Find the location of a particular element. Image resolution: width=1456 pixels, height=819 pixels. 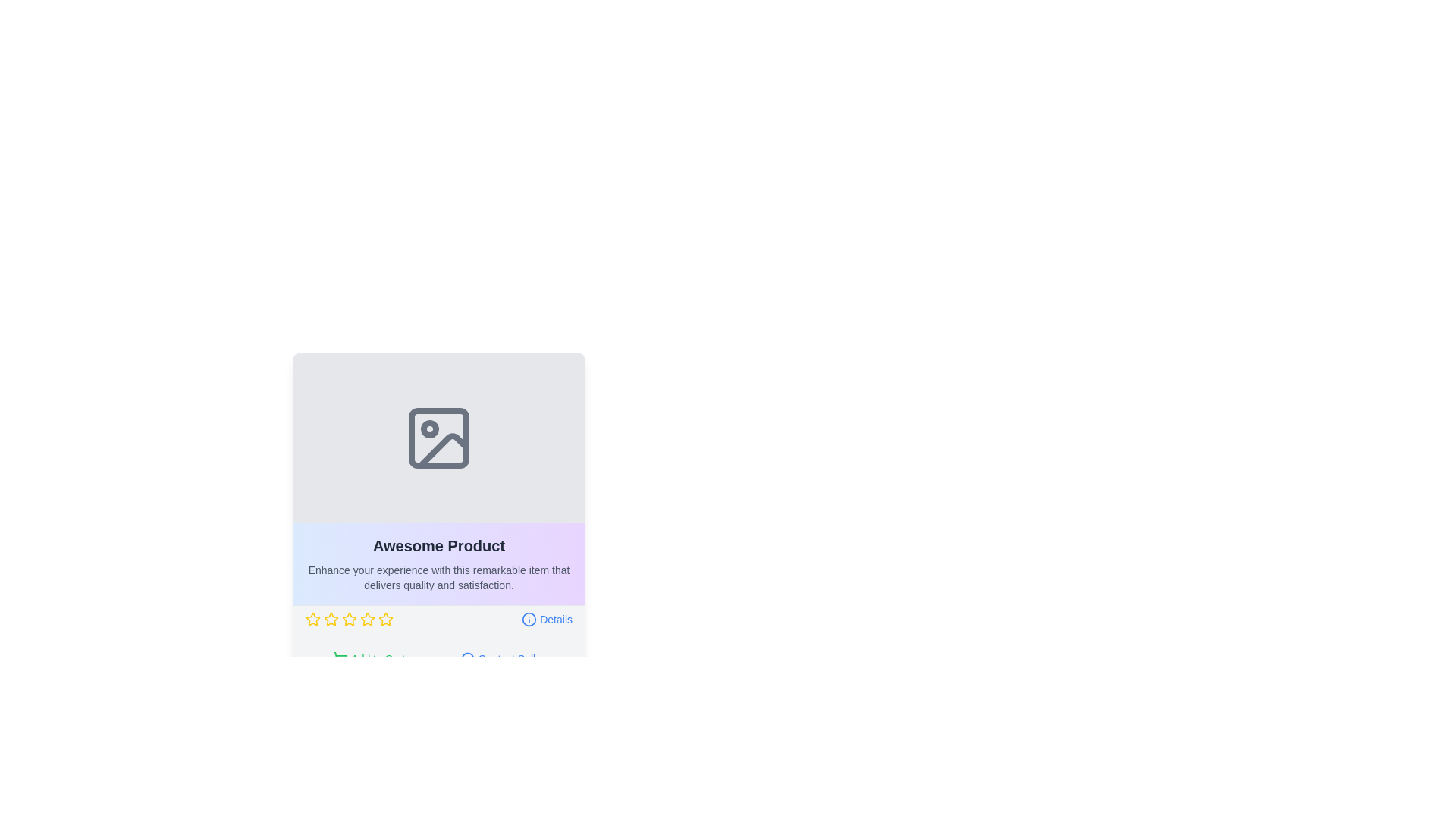

the first interactive star icon for rating located below the product description is located at coordinates (312, 620).